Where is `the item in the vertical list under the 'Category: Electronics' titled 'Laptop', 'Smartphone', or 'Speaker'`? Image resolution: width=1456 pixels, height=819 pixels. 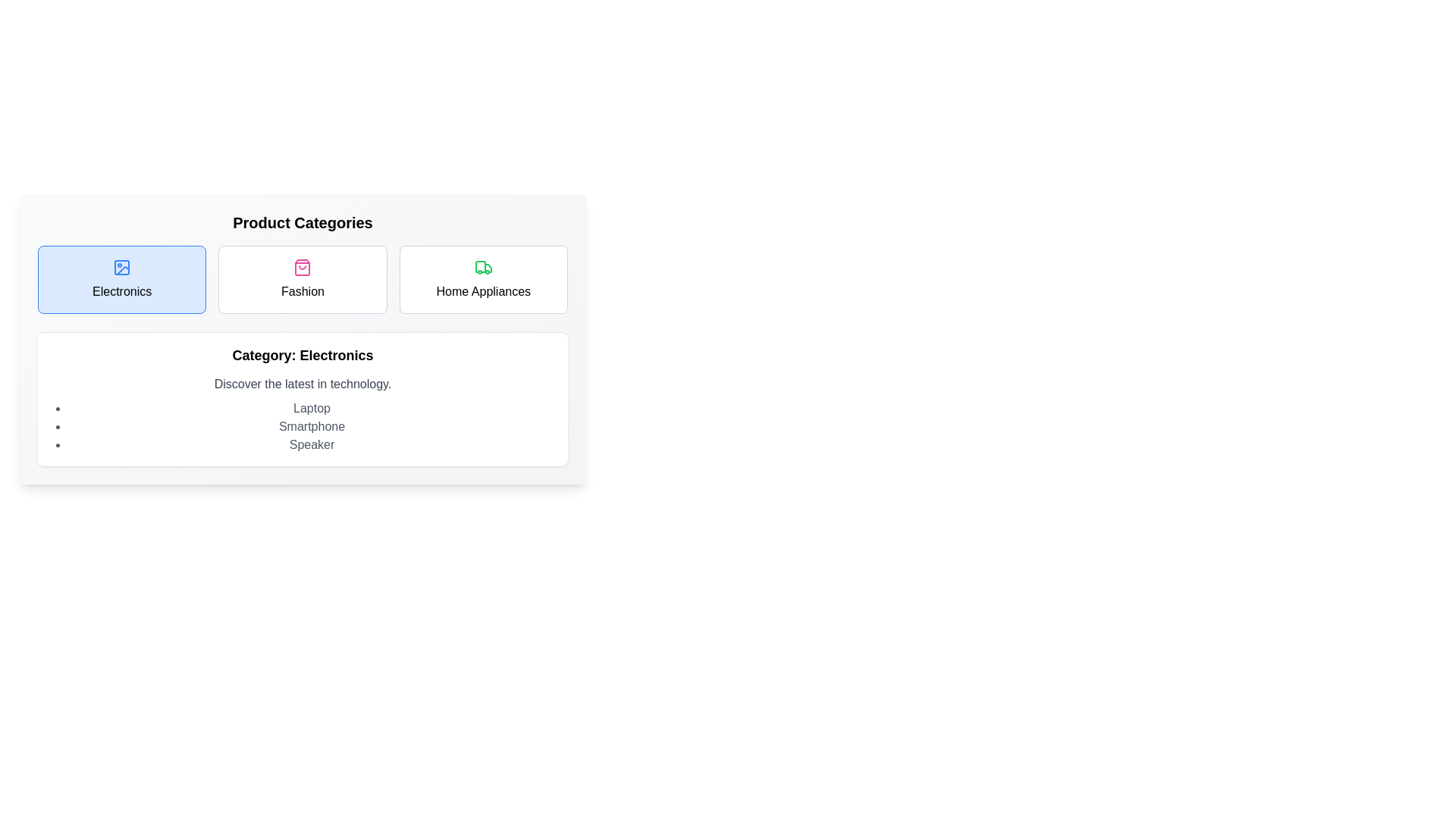 the item in the vertical list under the 'Category: Electronics' titled 'Laptop', 'Smartphone', or 'Speaker' is located at coordinates (311, 427).